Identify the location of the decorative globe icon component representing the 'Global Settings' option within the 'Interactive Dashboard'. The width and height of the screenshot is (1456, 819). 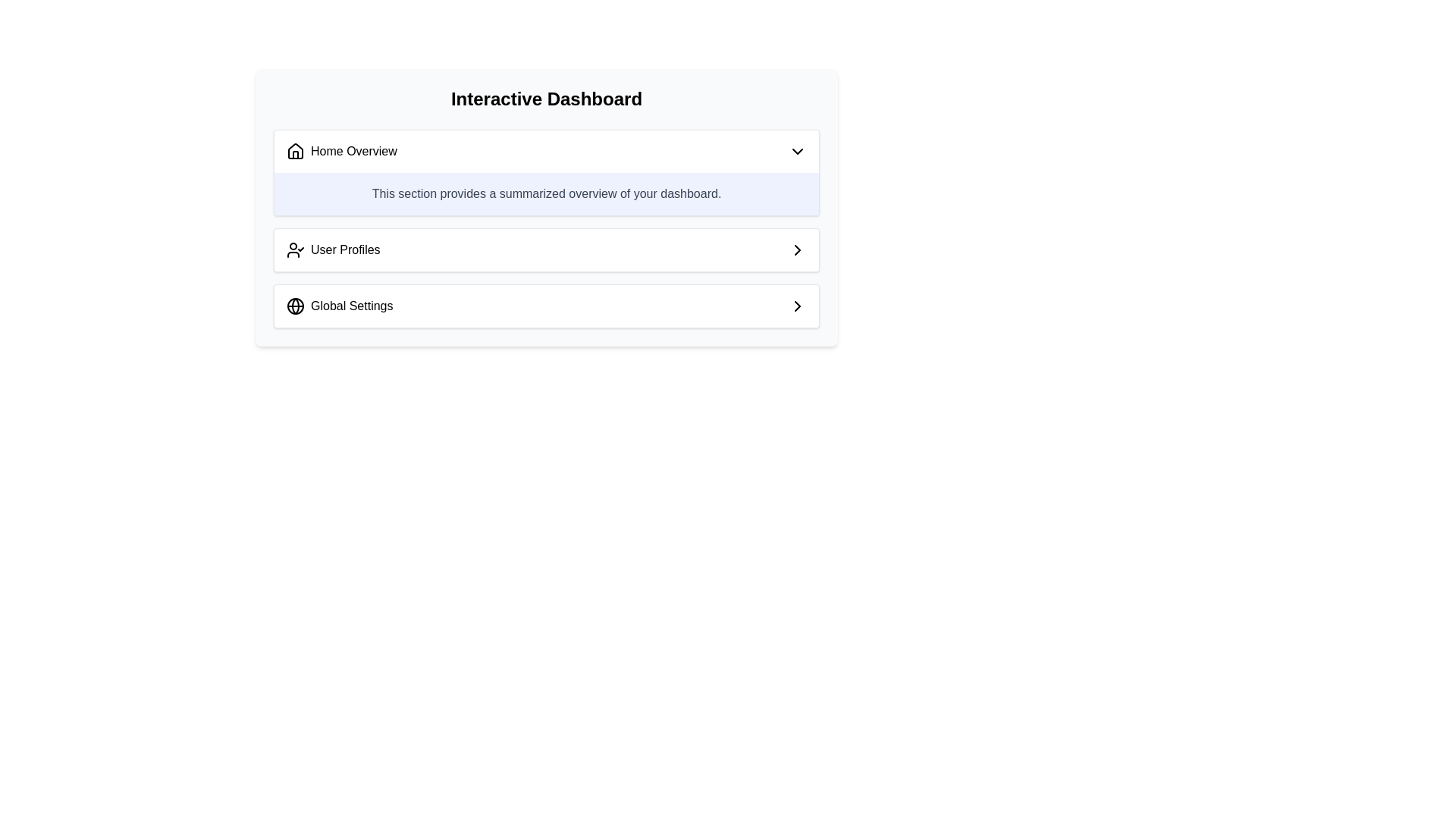
(295, 306).